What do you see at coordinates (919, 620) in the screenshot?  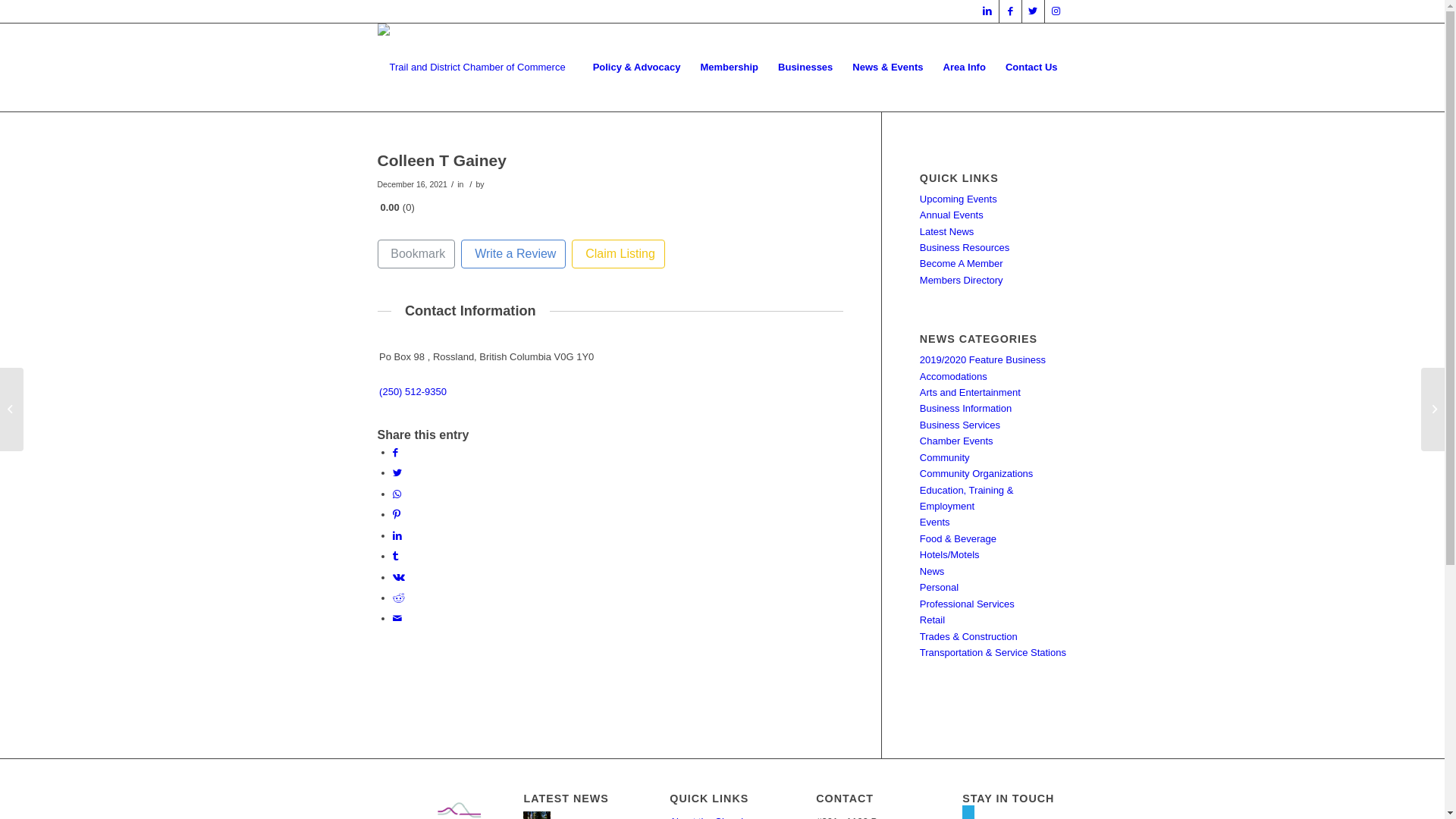 I see `'Retail'` at bounding box center [919, 620].